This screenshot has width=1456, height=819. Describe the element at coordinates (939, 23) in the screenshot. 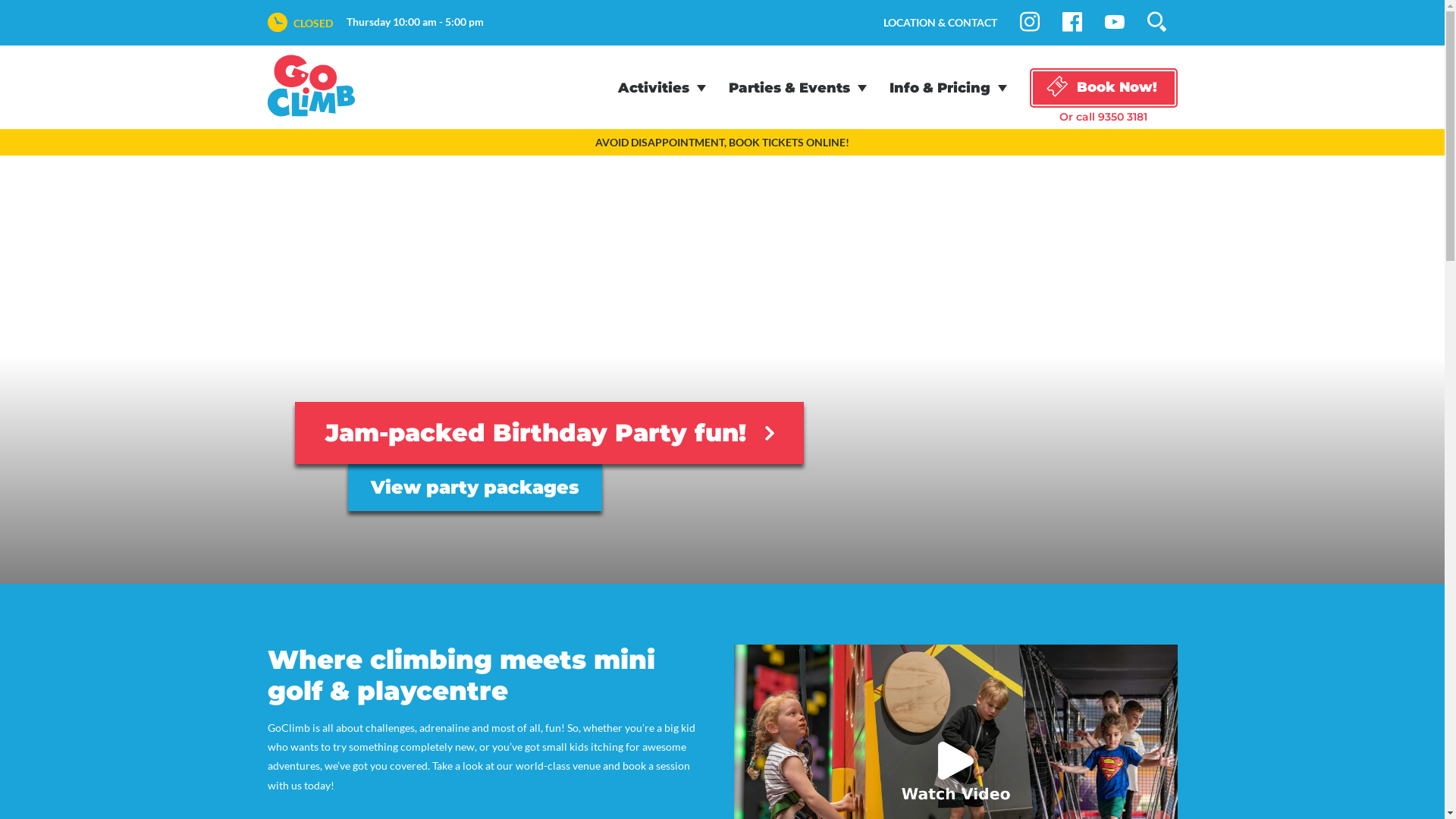

I see `'LOCATION & CONTACT'` at that location.